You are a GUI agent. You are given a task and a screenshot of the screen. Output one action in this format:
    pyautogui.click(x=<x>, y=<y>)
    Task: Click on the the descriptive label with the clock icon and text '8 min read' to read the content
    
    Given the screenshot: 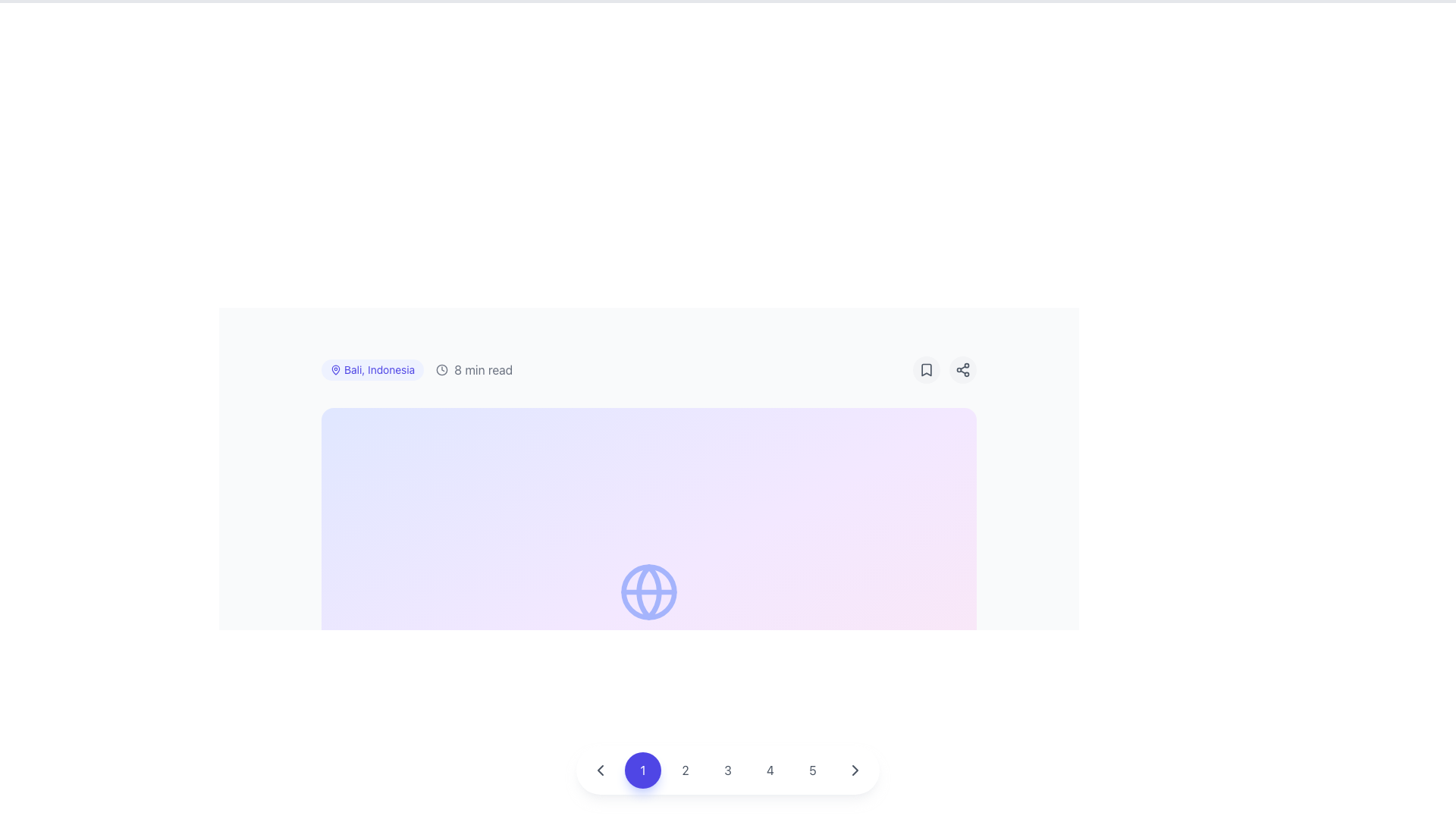 What is the action you would take?
    pyautogui.click(x=473, y=370)
    